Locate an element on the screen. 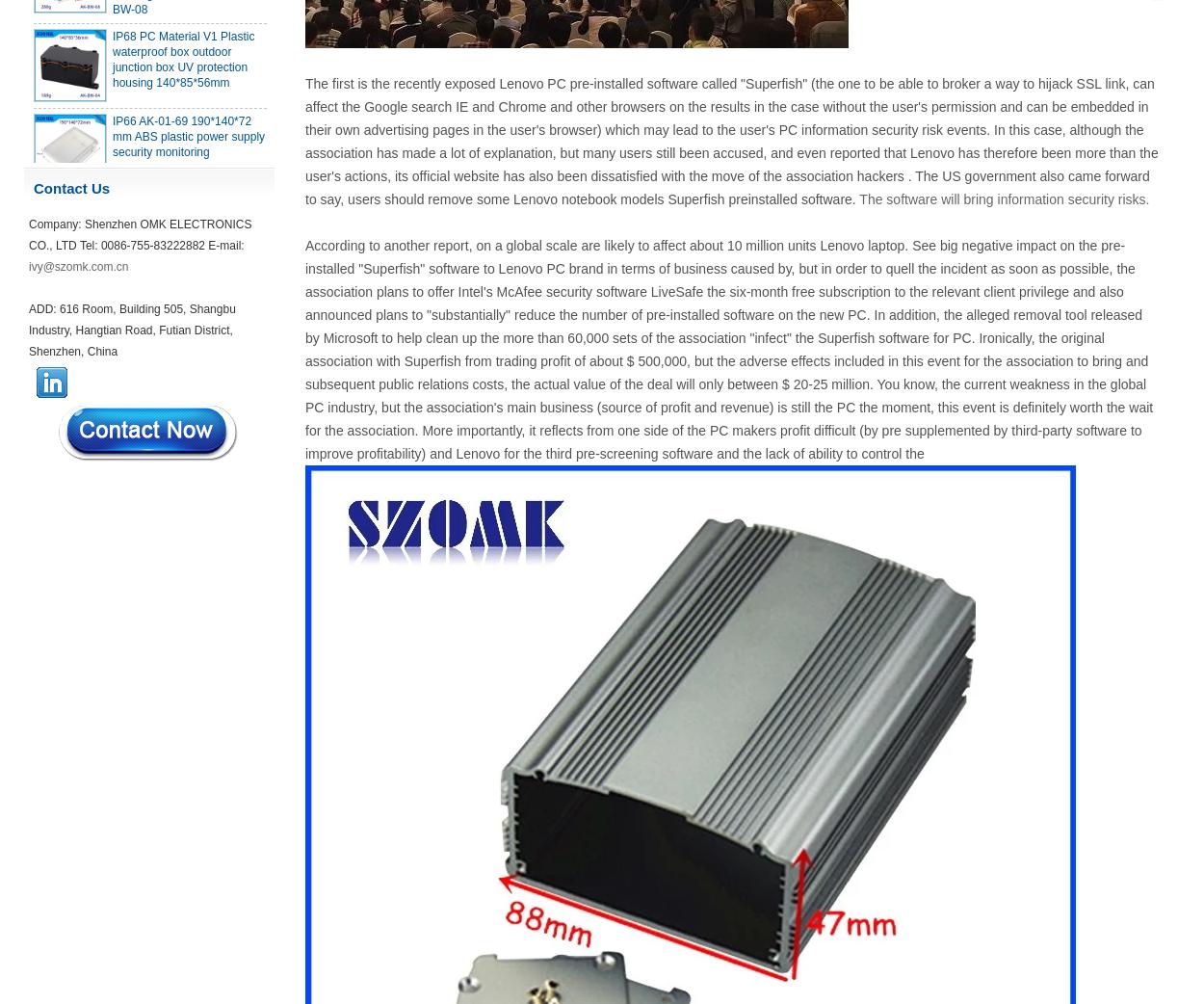 This screenshot has height=1004, width=1204. 'The software will bring information security risks.' is located at coordinates (1004, 198).